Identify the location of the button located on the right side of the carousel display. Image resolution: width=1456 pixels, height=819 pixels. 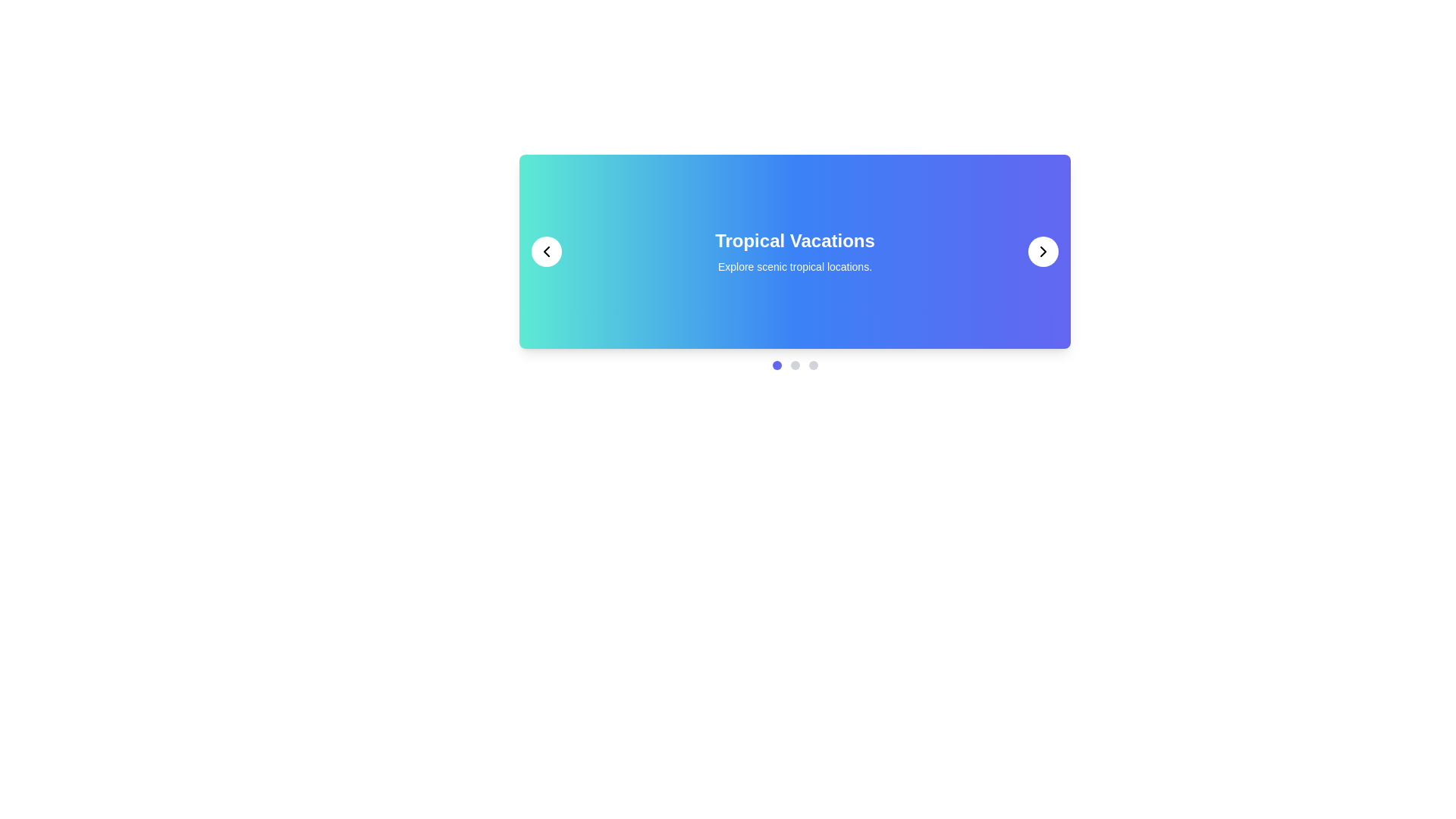
(1043, 250).